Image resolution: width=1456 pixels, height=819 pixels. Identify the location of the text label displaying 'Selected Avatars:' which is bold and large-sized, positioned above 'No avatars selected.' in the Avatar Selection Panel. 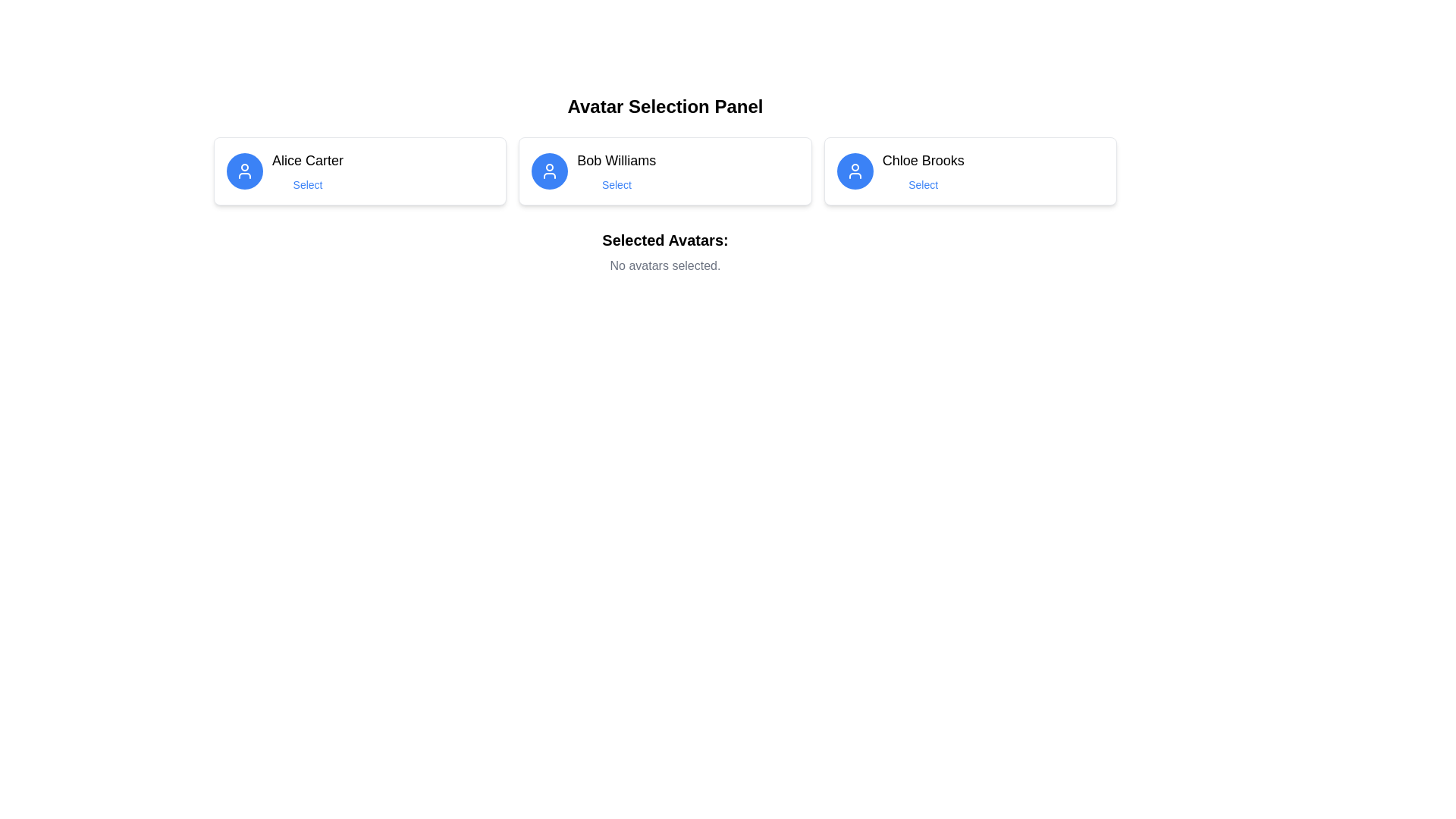
(665, 239).